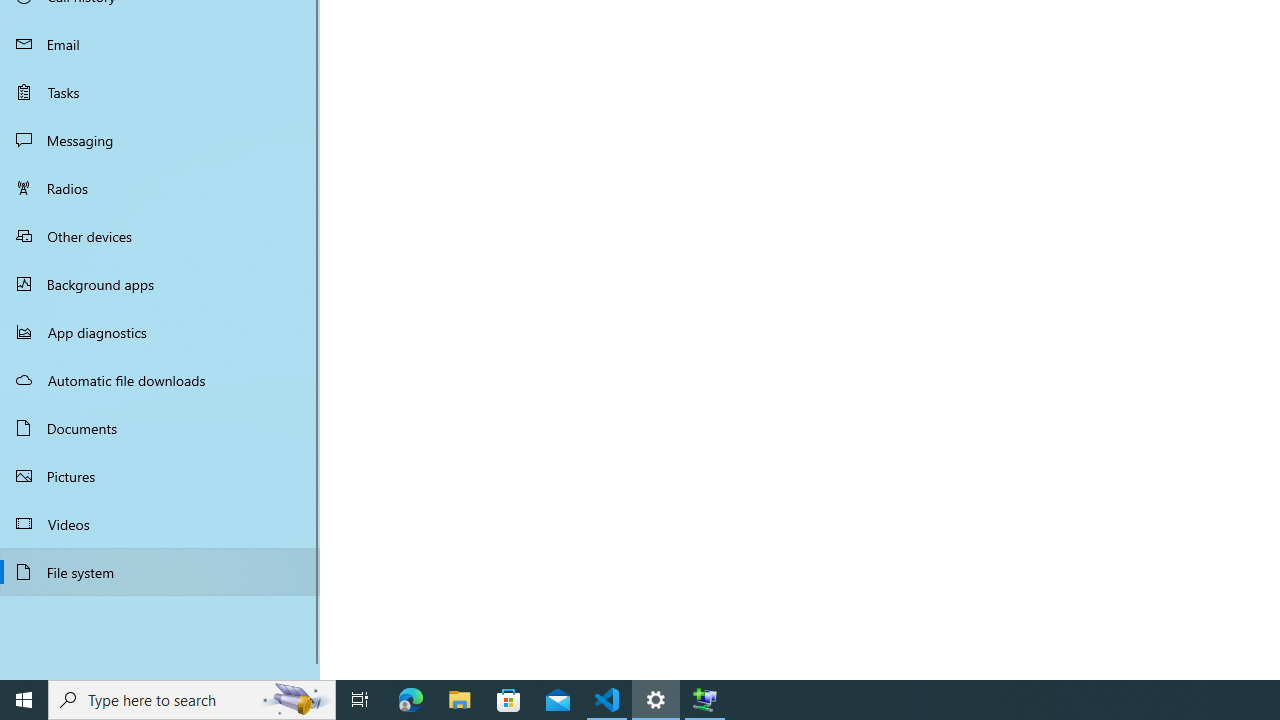 The width and height of the screenshot is (1280, 720). I want to click on 'File system', so click(160, 572).